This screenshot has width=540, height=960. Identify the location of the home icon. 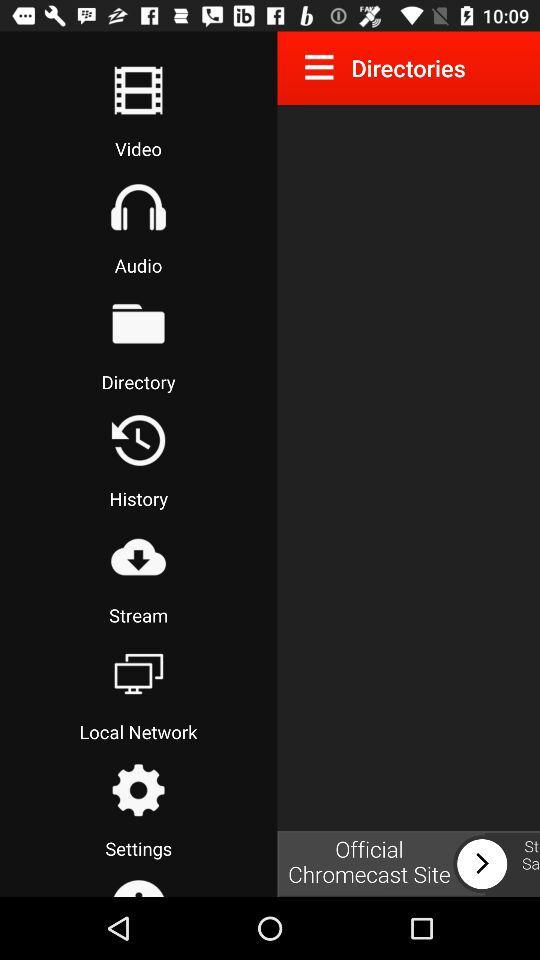
(137, 877).